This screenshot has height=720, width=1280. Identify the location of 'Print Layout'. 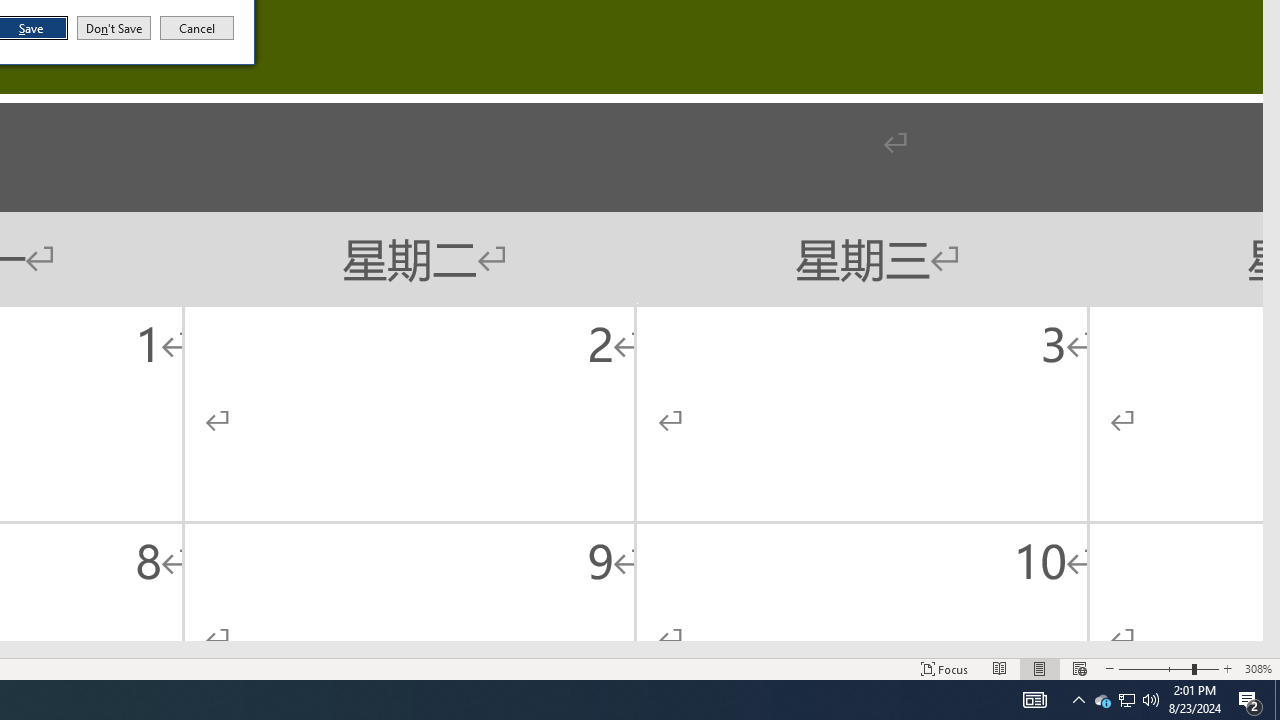
(1040, 669).